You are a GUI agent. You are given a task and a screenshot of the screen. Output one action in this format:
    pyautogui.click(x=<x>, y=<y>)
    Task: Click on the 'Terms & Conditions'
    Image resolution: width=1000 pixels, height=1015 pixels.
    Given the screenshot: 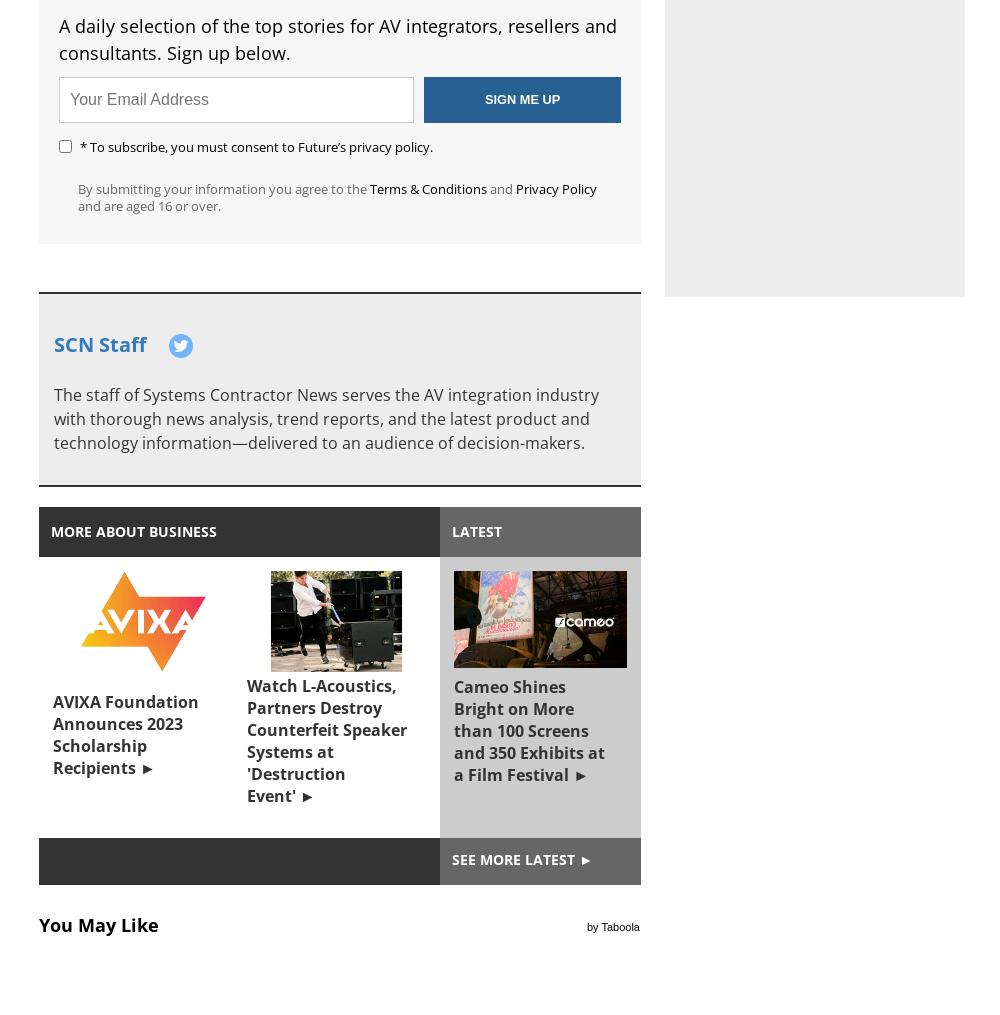 What is the action you would take?
    pyautogui.click(x=428, y=186)
    